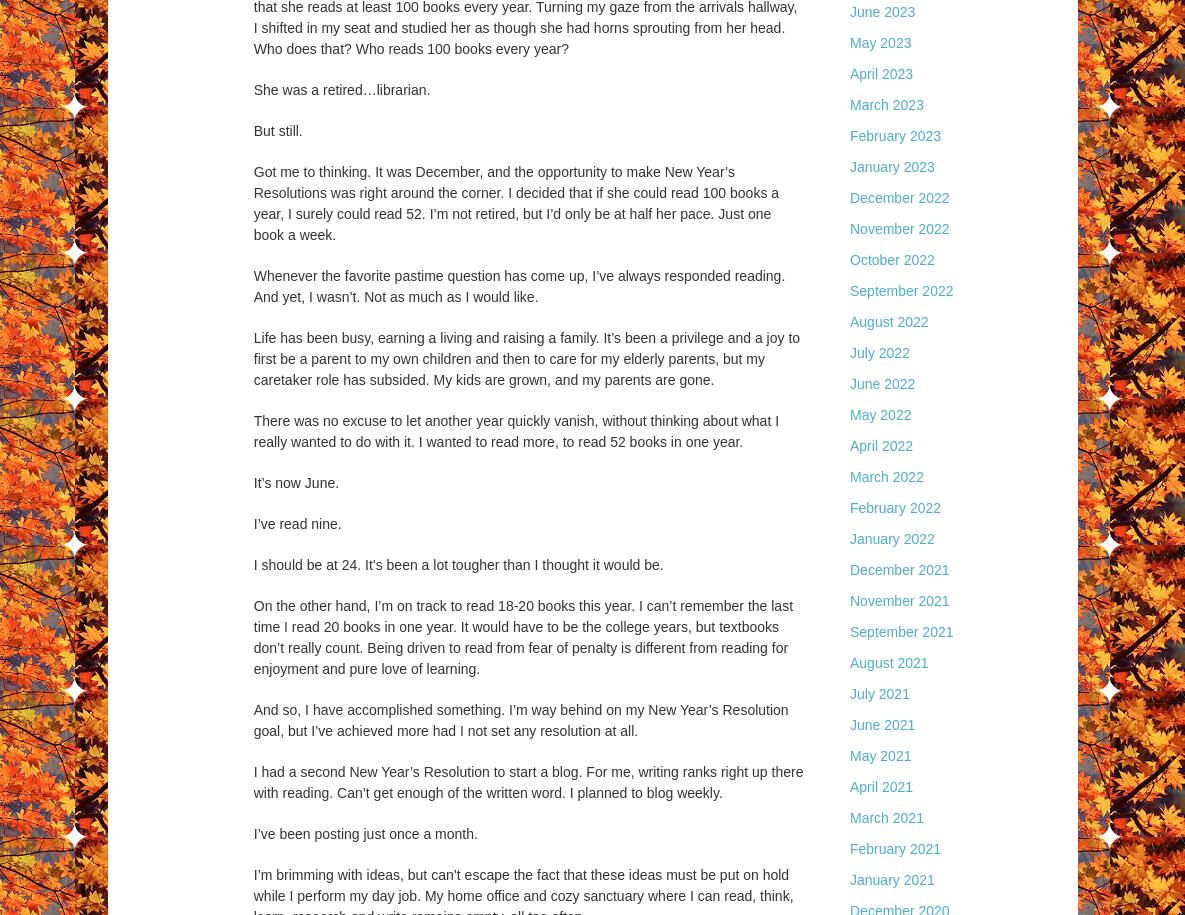  I want to click on 'Life has been busy, earning a living and raising a family. It’s been a privilege and a joy to first be a parent to my own children and then to care for my elderly parents, but my caretaker role has subsided. My kids are grown, and my parents are gone.', so click(526, 357).